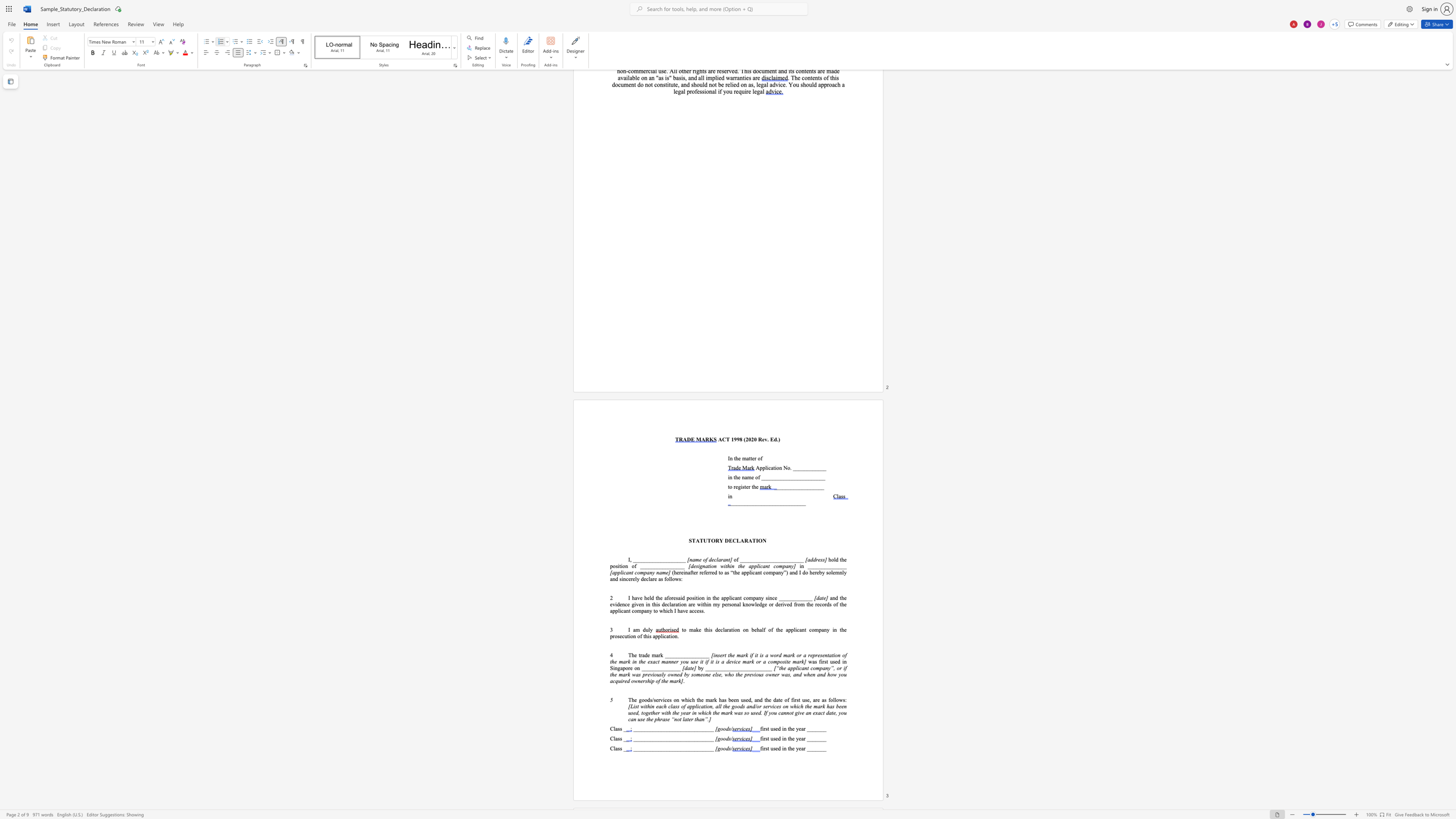 The height and width of the screenshot is (819, 1456). What do you see at coordinates (643, 728) in the screenshot?
I see `the 4th character "_" in the text` at bounding box center [643, 728].